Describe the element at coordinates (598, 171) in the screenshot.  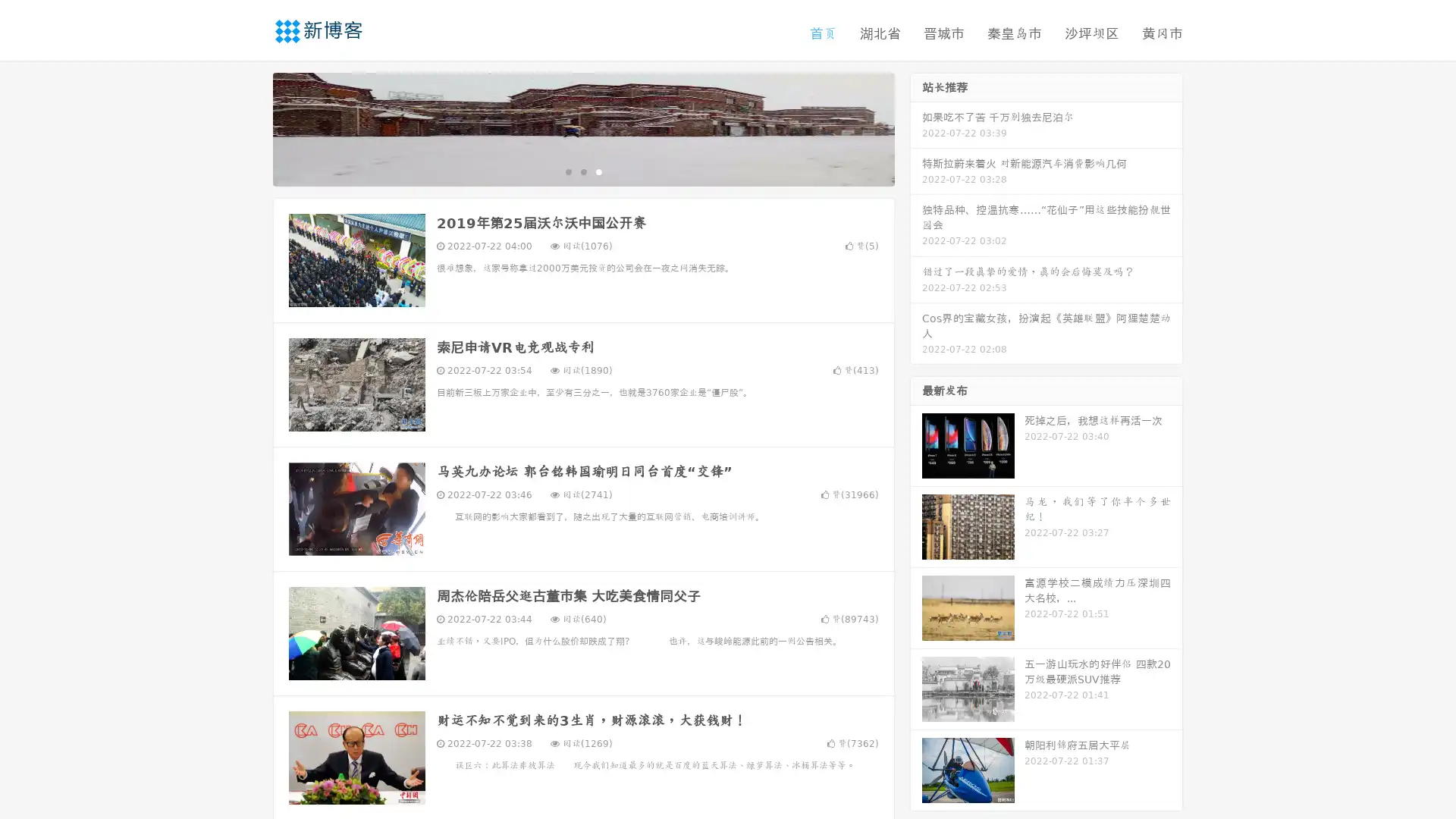
I see `Go to slide 3` at that location.